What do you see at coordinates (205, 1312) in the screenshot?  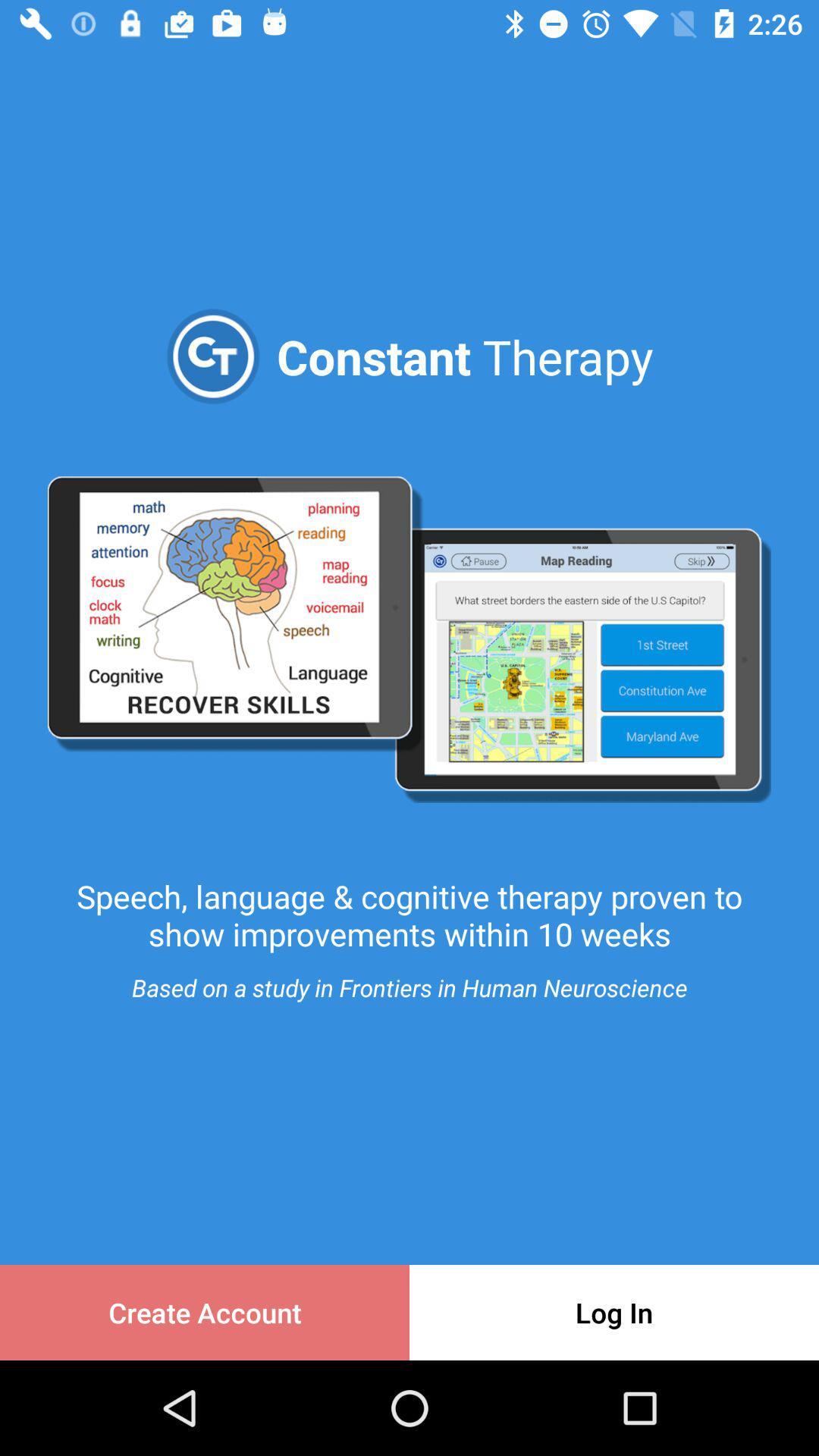 I see `the item at the bottom left corner` at bounding box center [205, 1312].